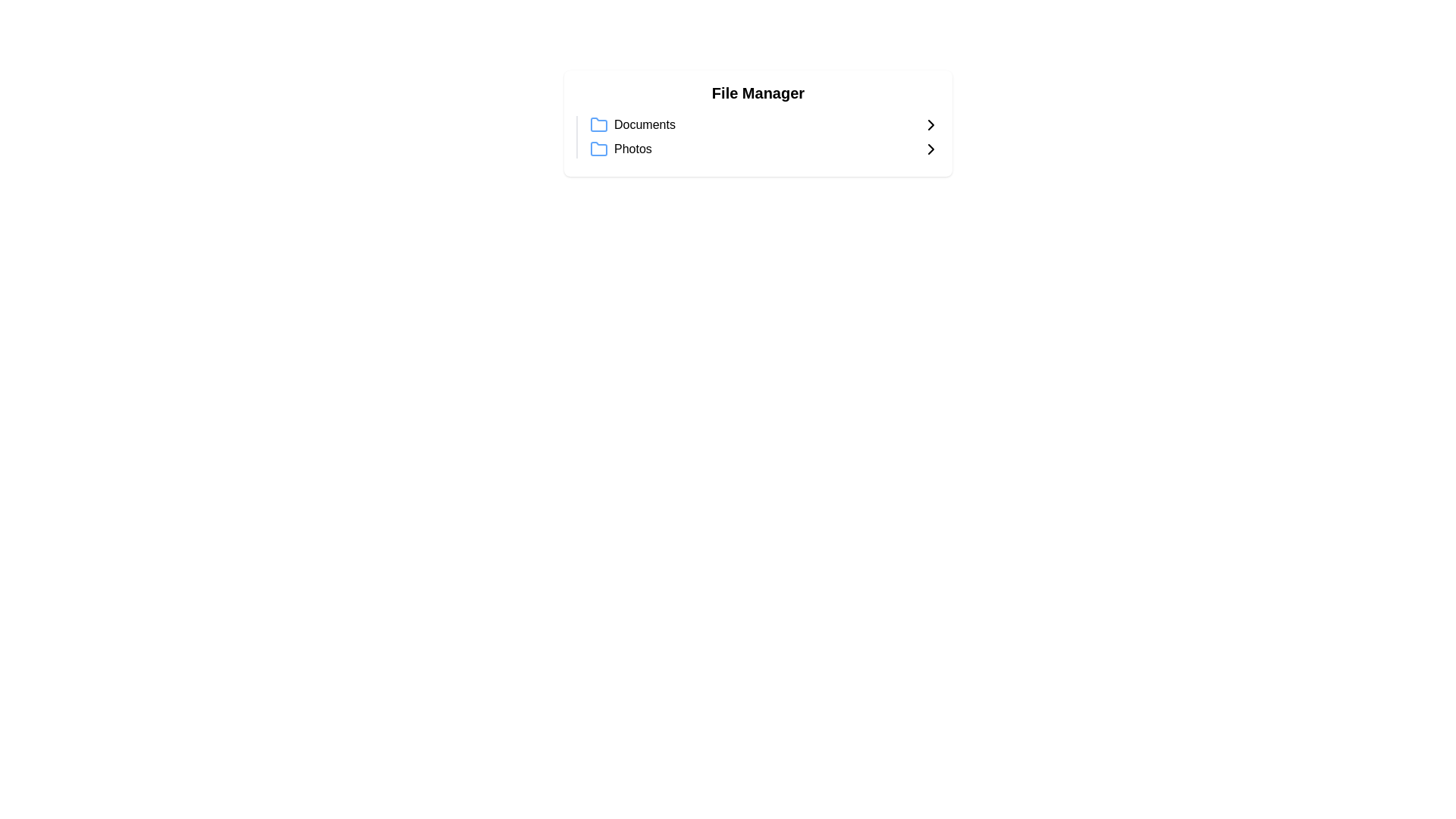  Describe the element at coordinates (930, 149) in the screenshot. I see `the right-facing chevron icon next to the 'Photos' label` at that location.